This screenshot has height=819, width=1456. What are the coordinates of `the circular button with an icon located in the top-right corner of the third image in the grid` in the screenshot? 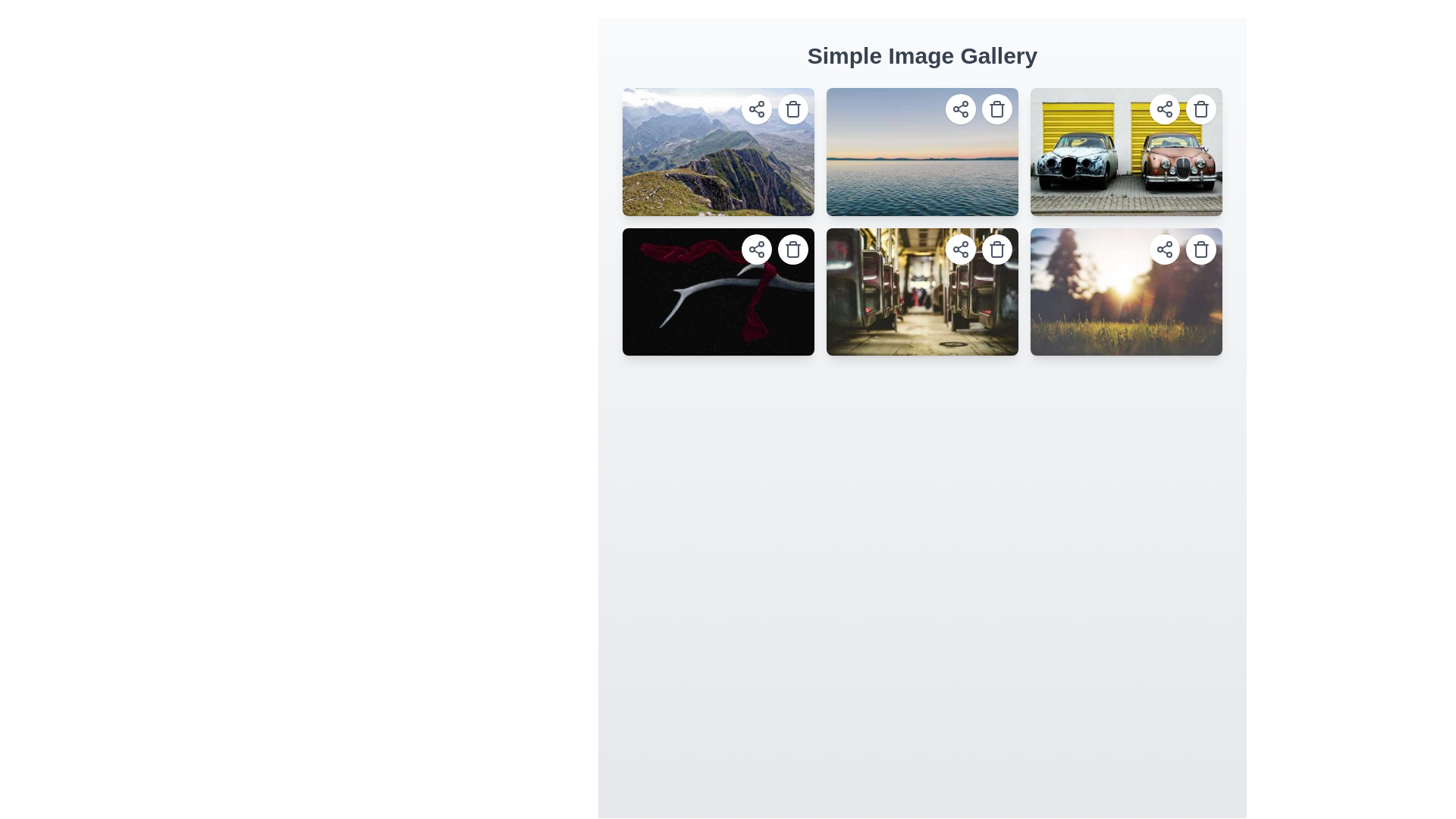 It's located at (1200, 108).